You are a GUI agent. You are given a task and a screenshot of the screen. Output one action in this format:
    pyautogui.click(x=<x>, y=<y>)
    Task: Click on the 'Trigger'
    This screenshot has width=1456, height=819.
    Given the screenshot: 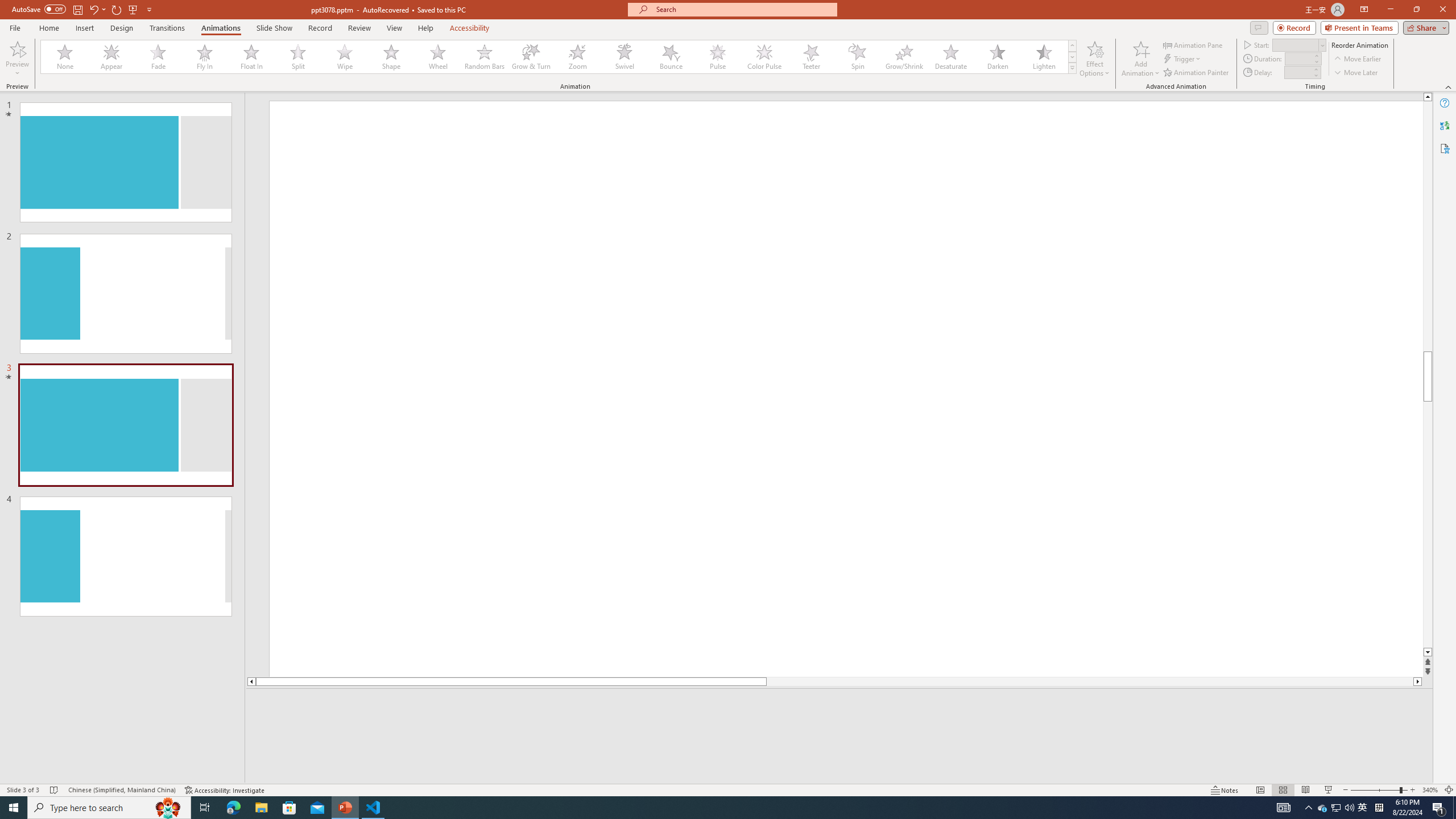 What is the action you would take?
    pyautogui.click(x=1182, y=59)
    